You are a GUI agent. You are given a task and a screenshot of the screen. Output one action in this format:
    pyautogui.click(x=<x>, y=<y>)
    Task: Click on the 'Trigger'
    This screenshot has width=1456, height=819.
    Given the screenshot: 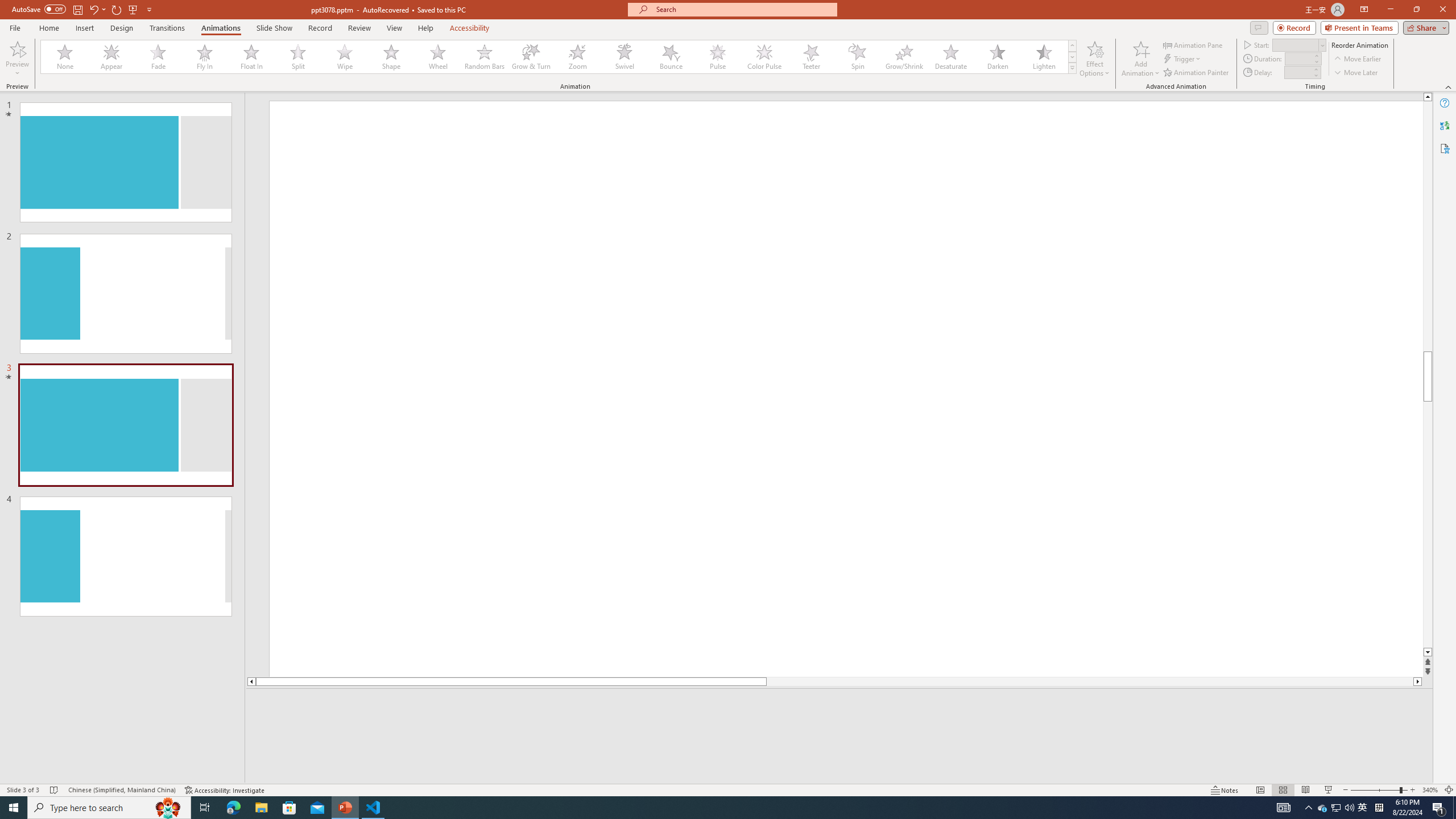 What is the action you would take?
    pyautogui.click(x=1182, y=59)
    